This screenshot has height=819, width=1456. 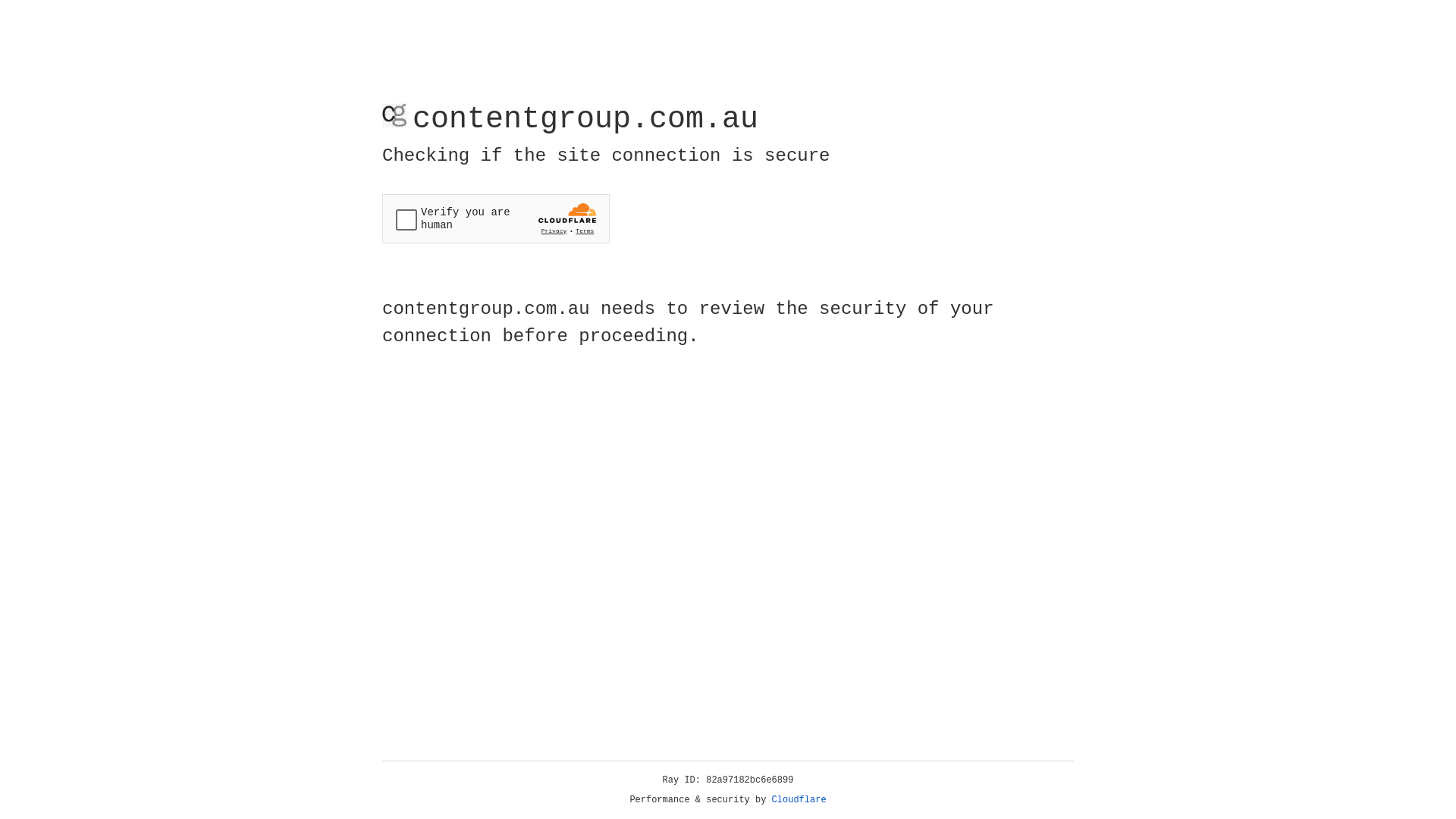 I want to click on 'Widget containing a Cloudflare security challenge', so click(x=495, y=218).